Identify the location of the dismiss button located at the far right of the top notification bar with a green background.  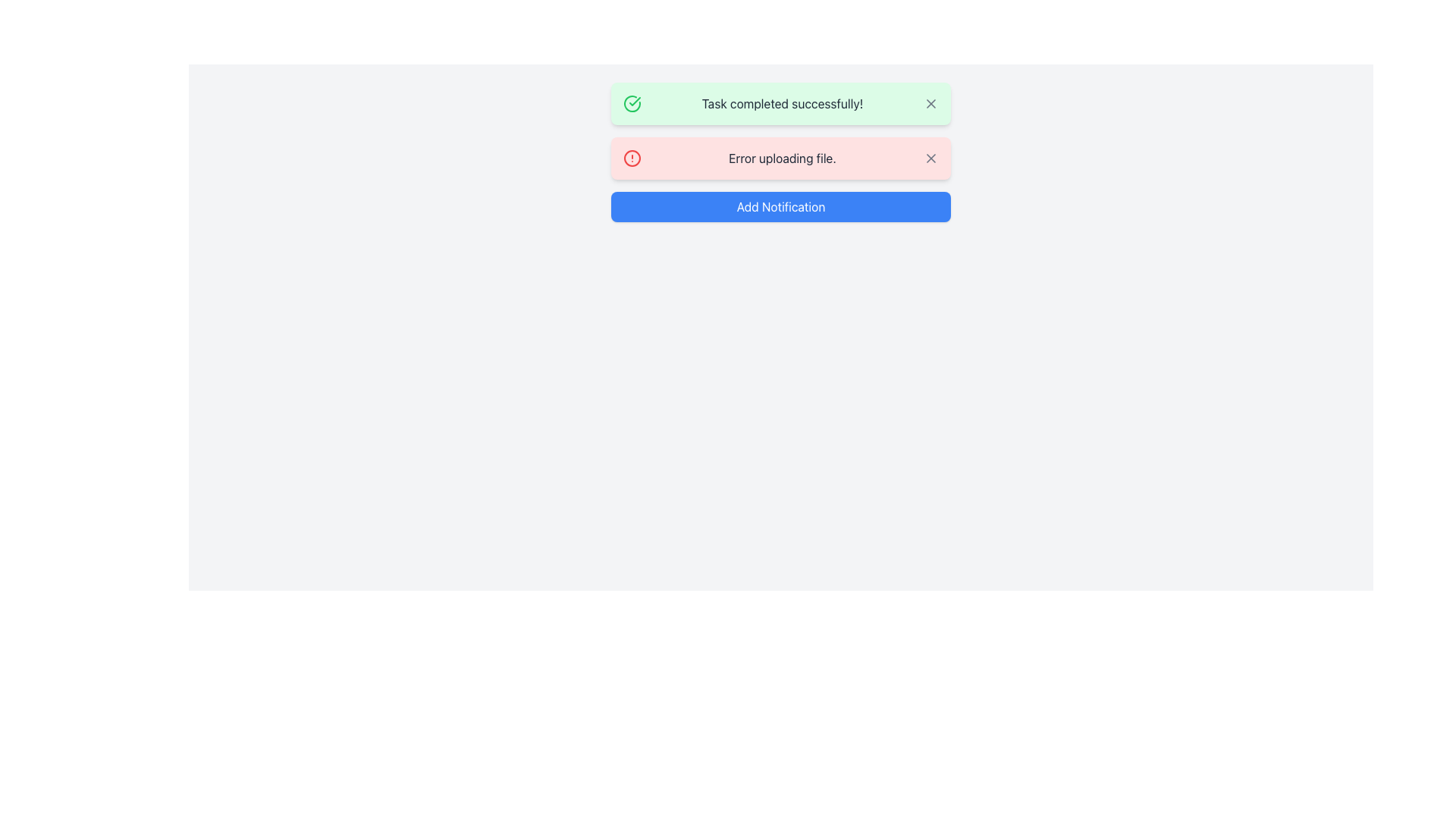
(930, 103).